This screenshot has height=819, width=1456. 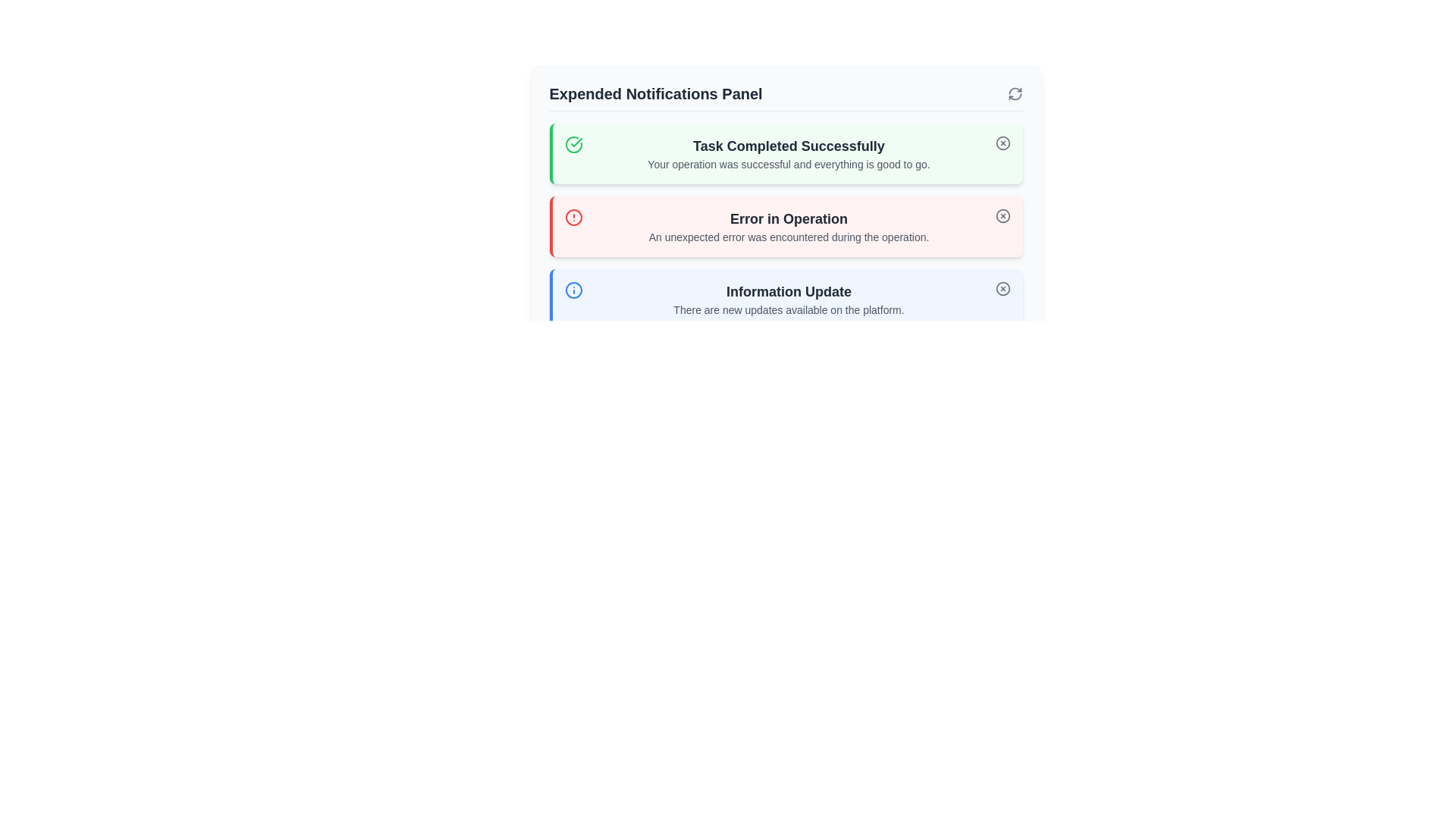 I want to click on the Notification Panel, which displays messages about recent system activities, located below the 'Expended Notifications Panel' title bar, so click(x=786, y=234).